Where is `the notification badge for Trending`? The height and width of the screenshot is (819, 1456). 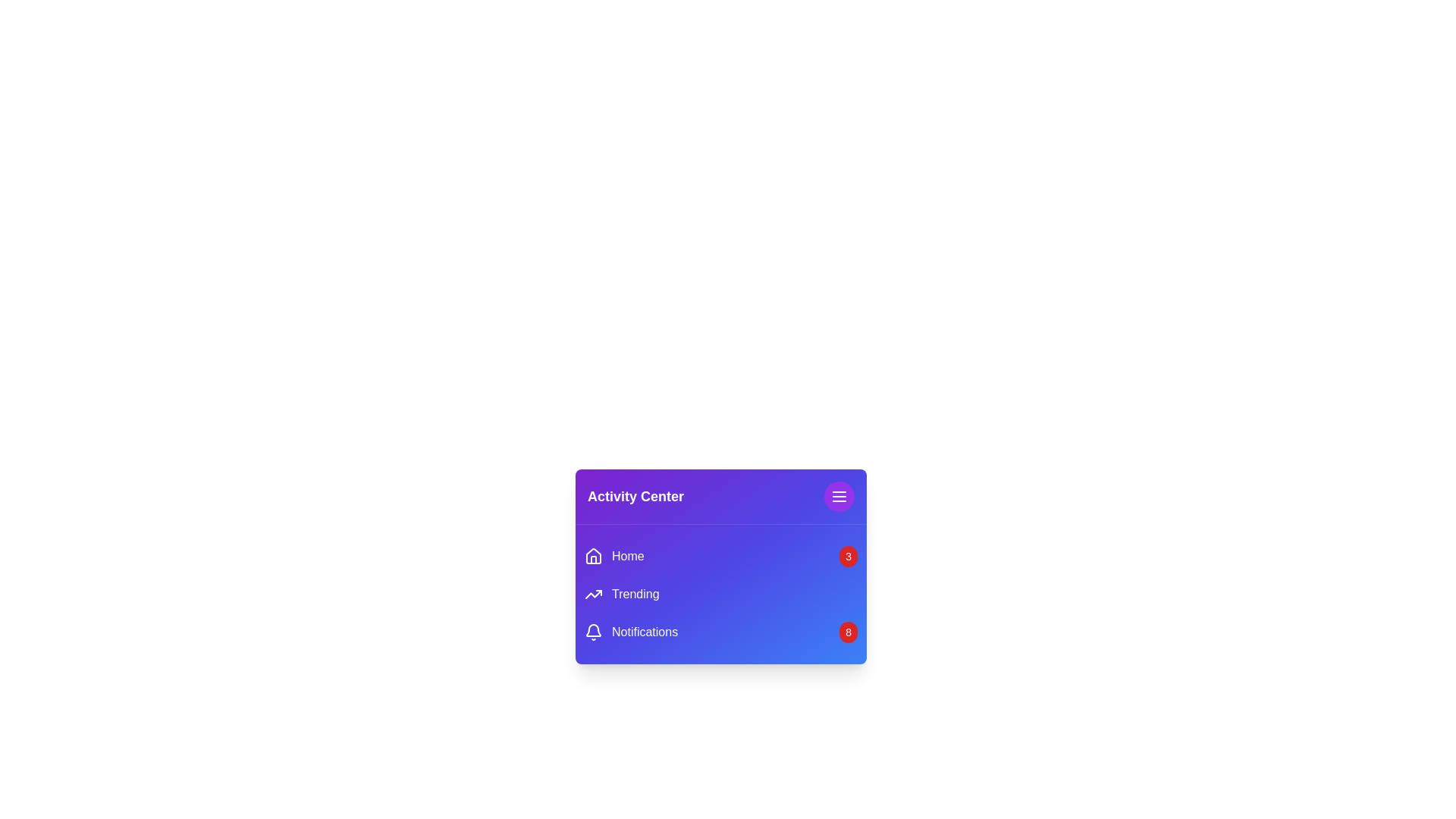 the notification badge for Trending is located at coordinates (847, 593).